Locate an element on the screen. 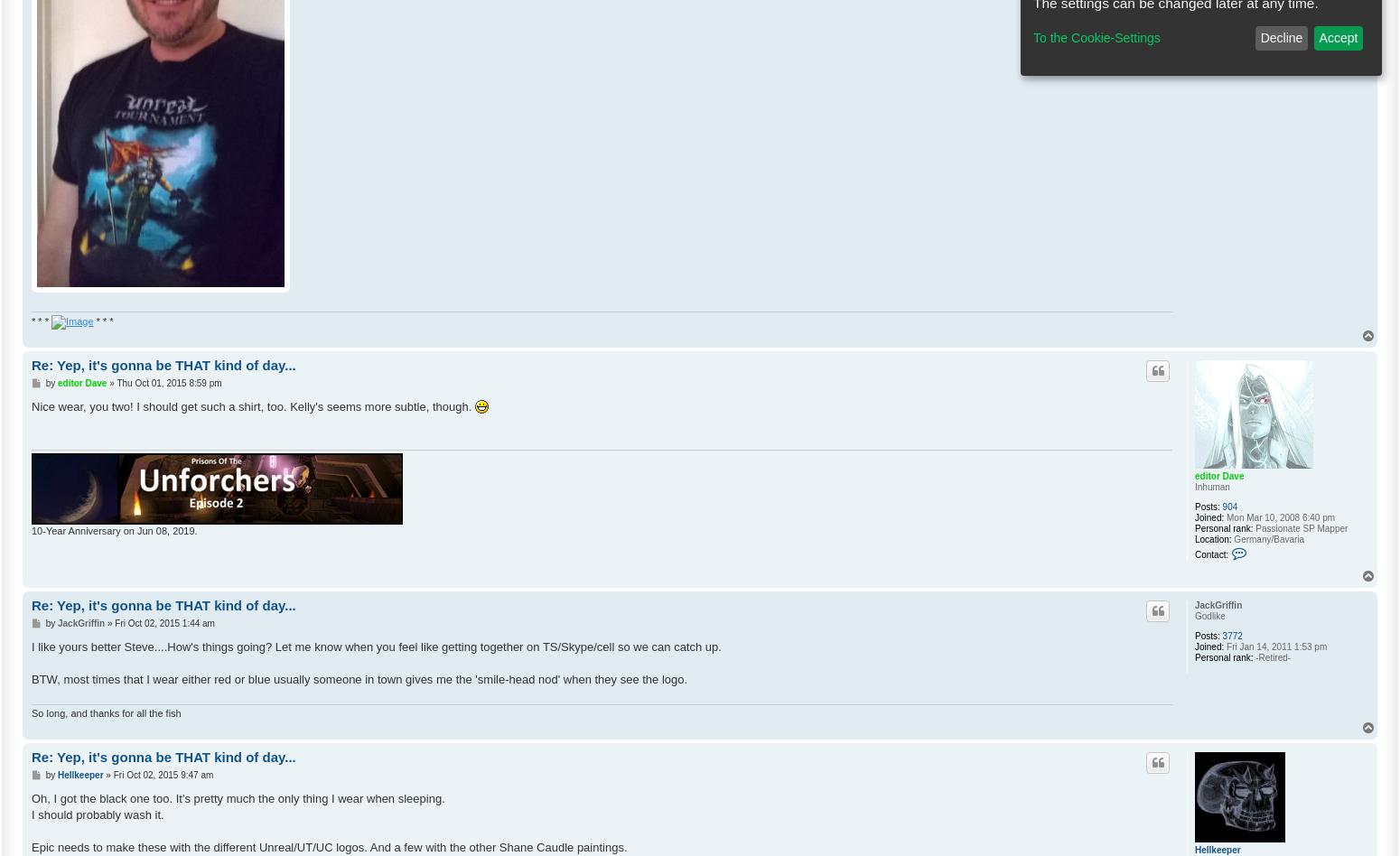 The height and width of the screenshot is (856, 1400). 'I like yours better Steve....How's things going? Let me know when you feel like getting together on TS/Skype/cell so we can catch up.' is located at coordinates (376, 646).